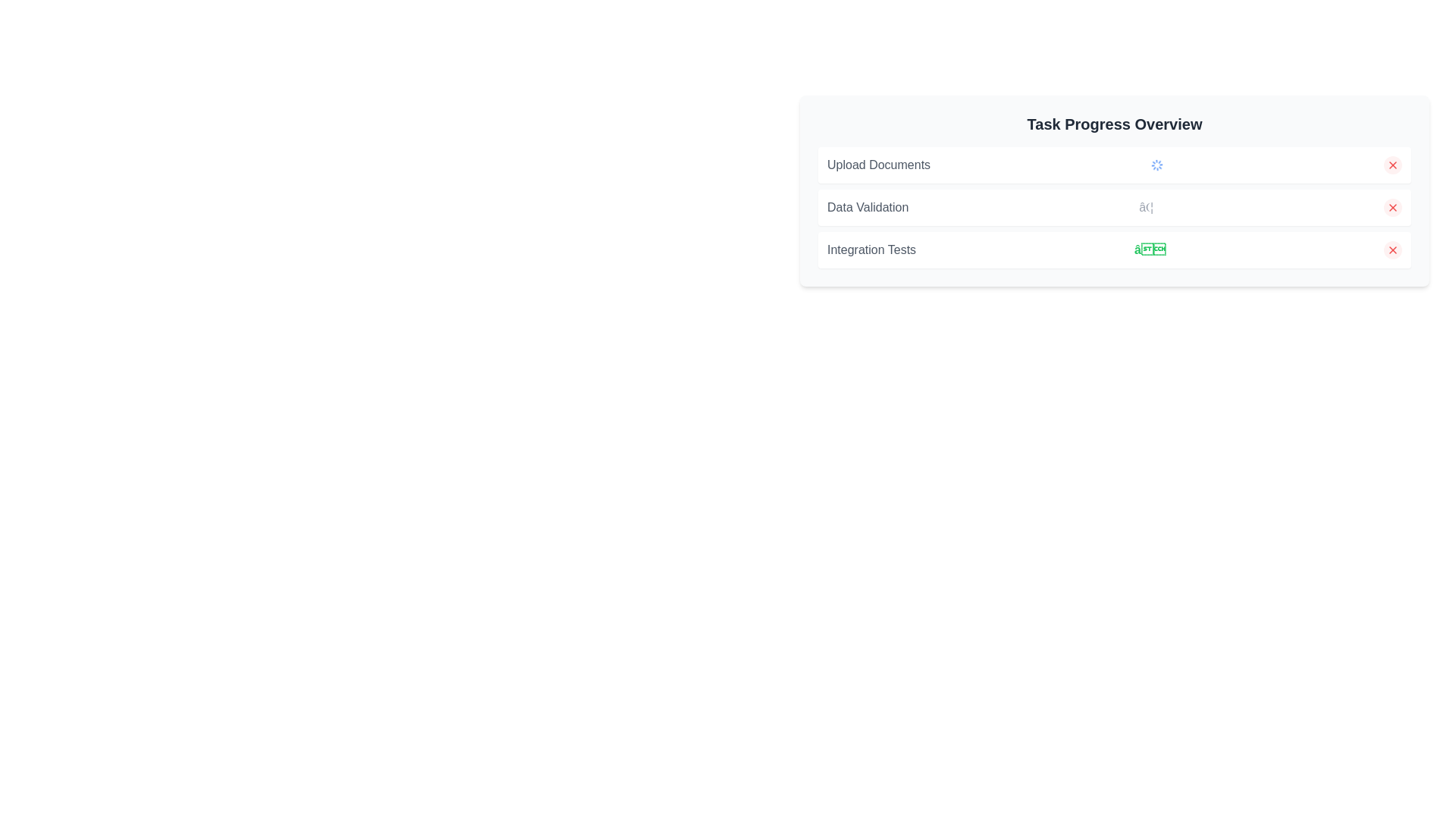 The width and height of the screenshot is (1456, 819). I want to click on the circular red button with a red cross icon located at the far-right of the 'Upload Documents' section in the 'Task Progress Overview' component, so click(1393, 165).